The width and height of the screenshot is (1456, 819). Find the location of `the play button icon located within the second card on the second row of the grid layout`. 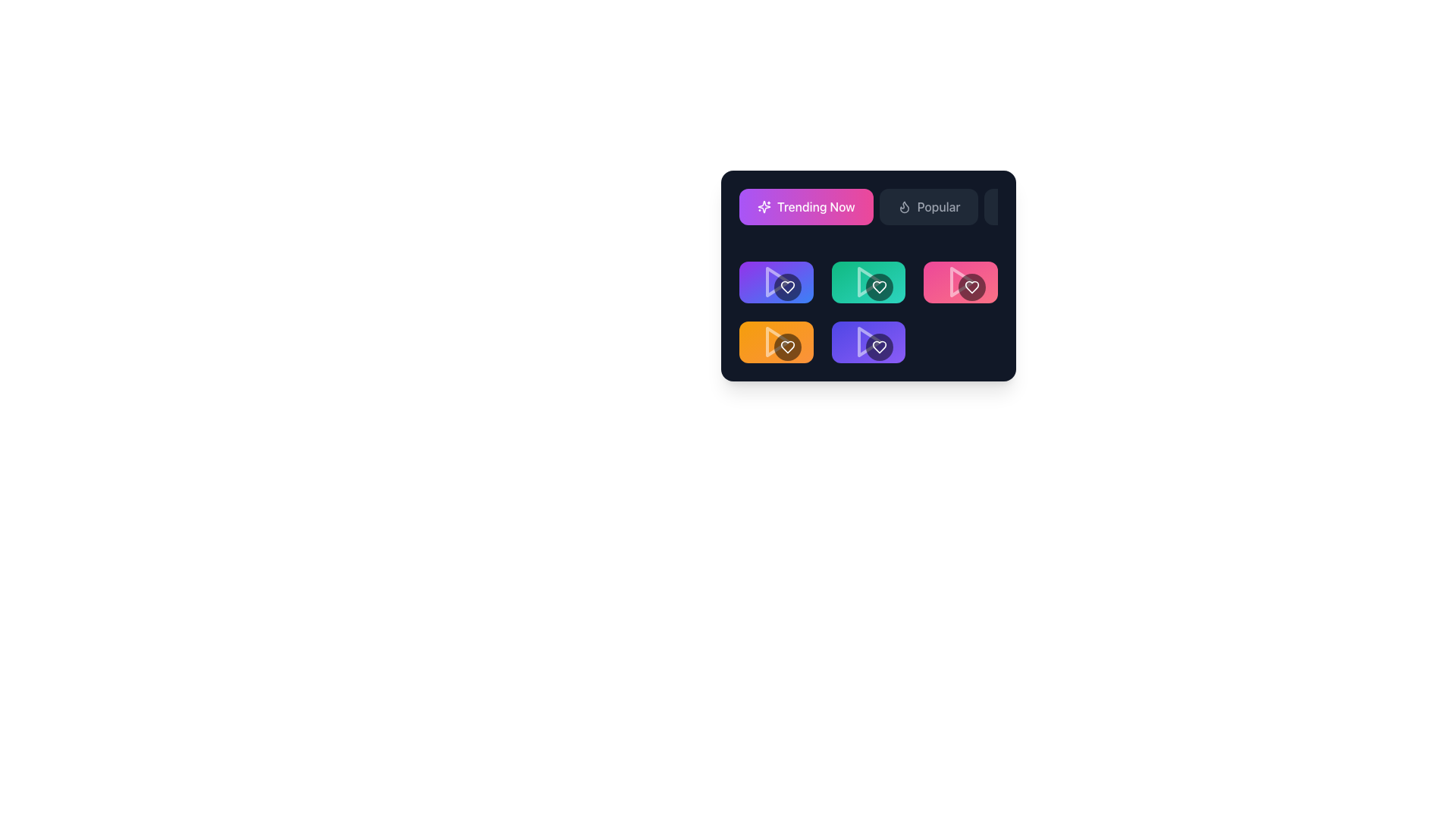

the play button icon located within the second card on the second row of the grid layout is located at coordinates (870, 282).